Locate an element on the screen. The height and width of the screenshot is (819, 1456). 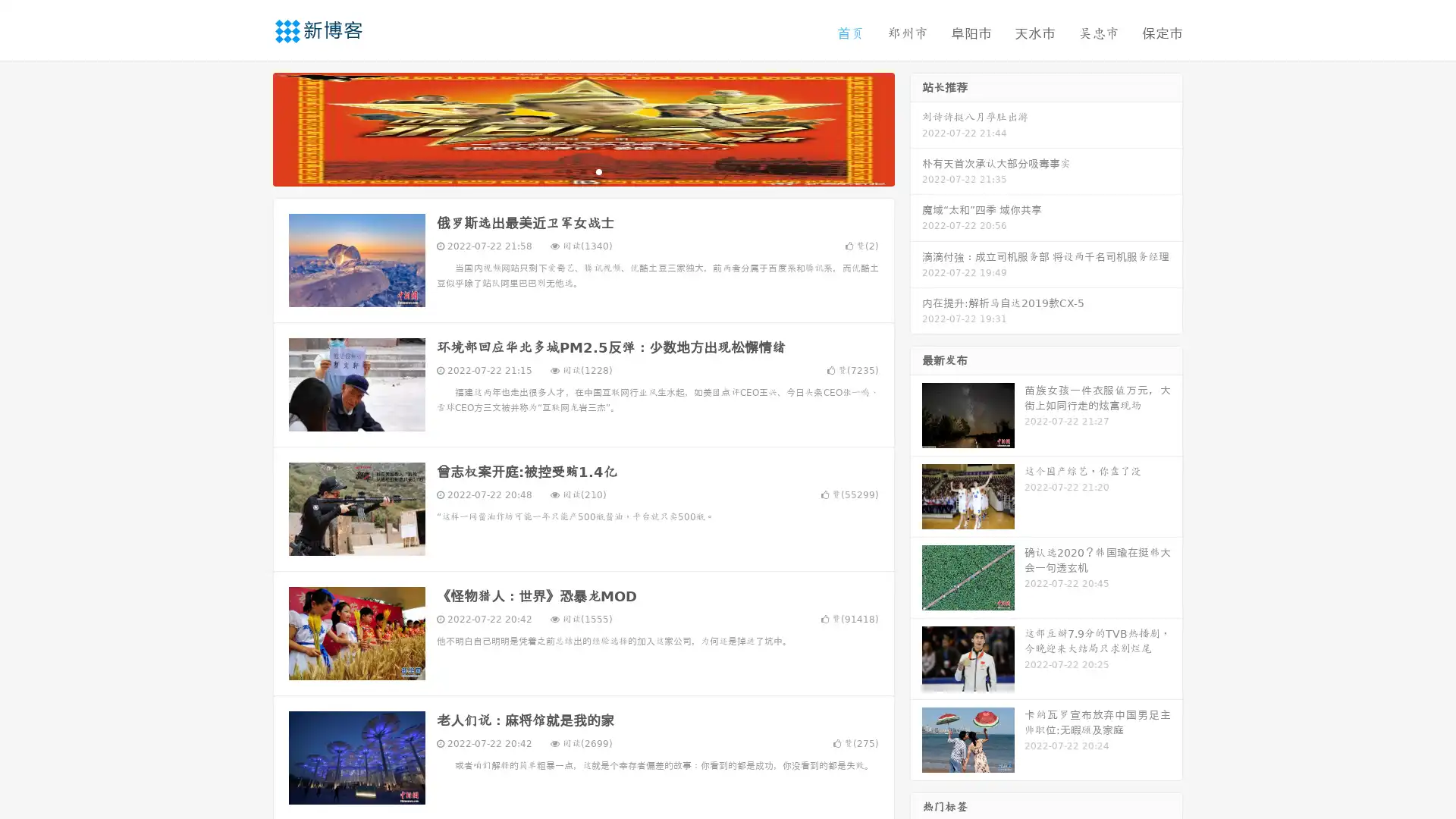
Go to slide 3 is located at coordinates (598, 171).